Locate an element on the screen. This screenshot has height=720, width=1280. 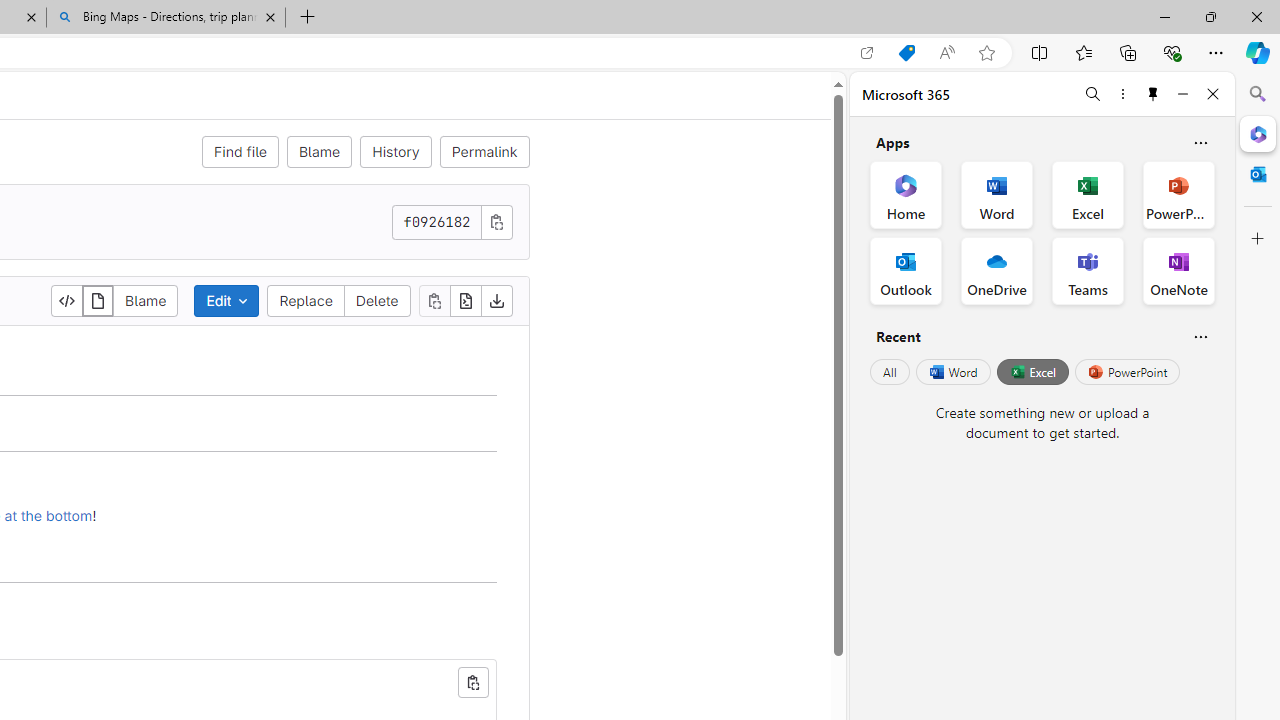
'Home Office App' is located at coordinates (905, 195).